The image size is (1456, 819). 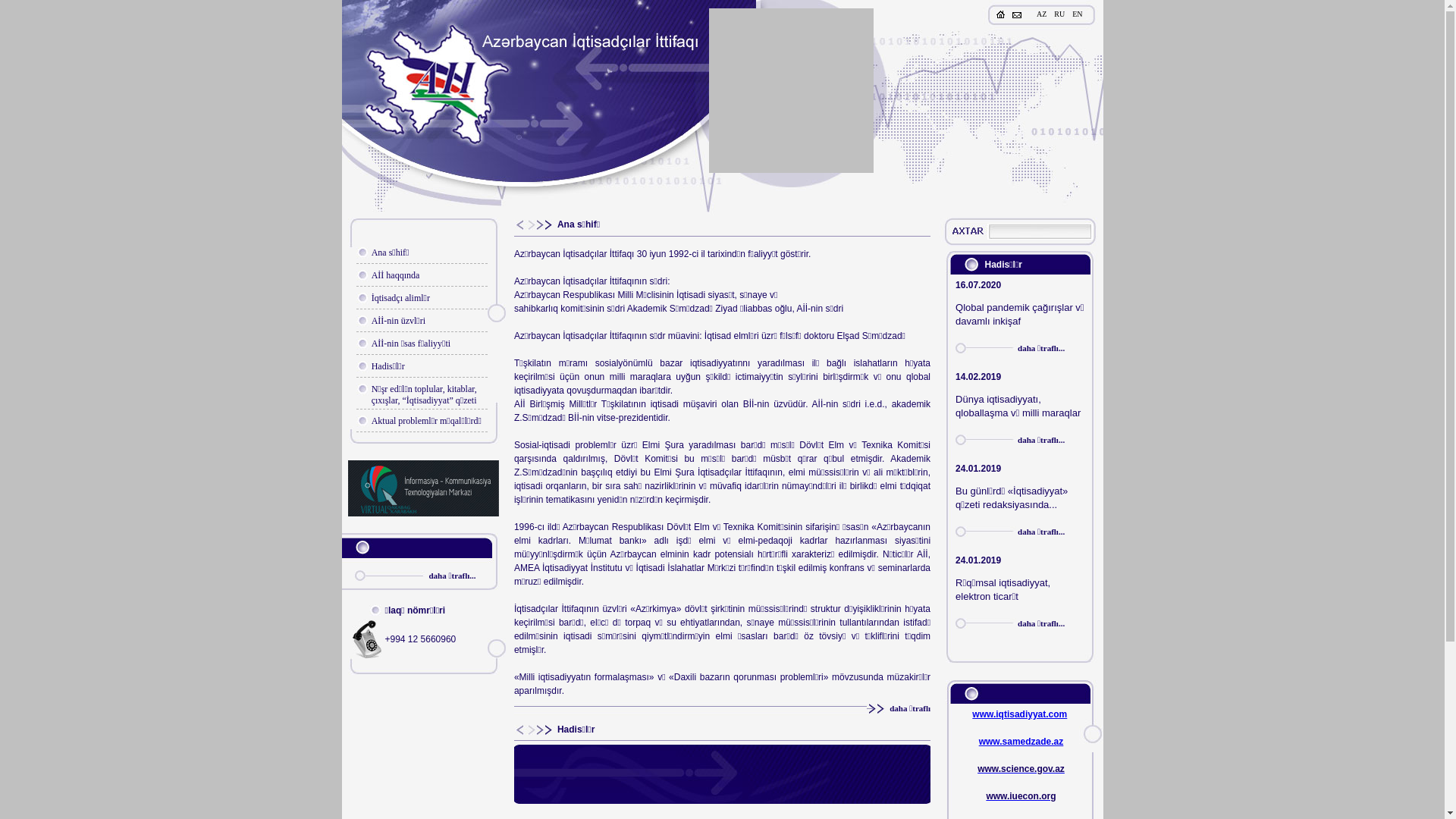 I want to click on 'www.iqtisadiyyat.com', so click(x=971, y=714).